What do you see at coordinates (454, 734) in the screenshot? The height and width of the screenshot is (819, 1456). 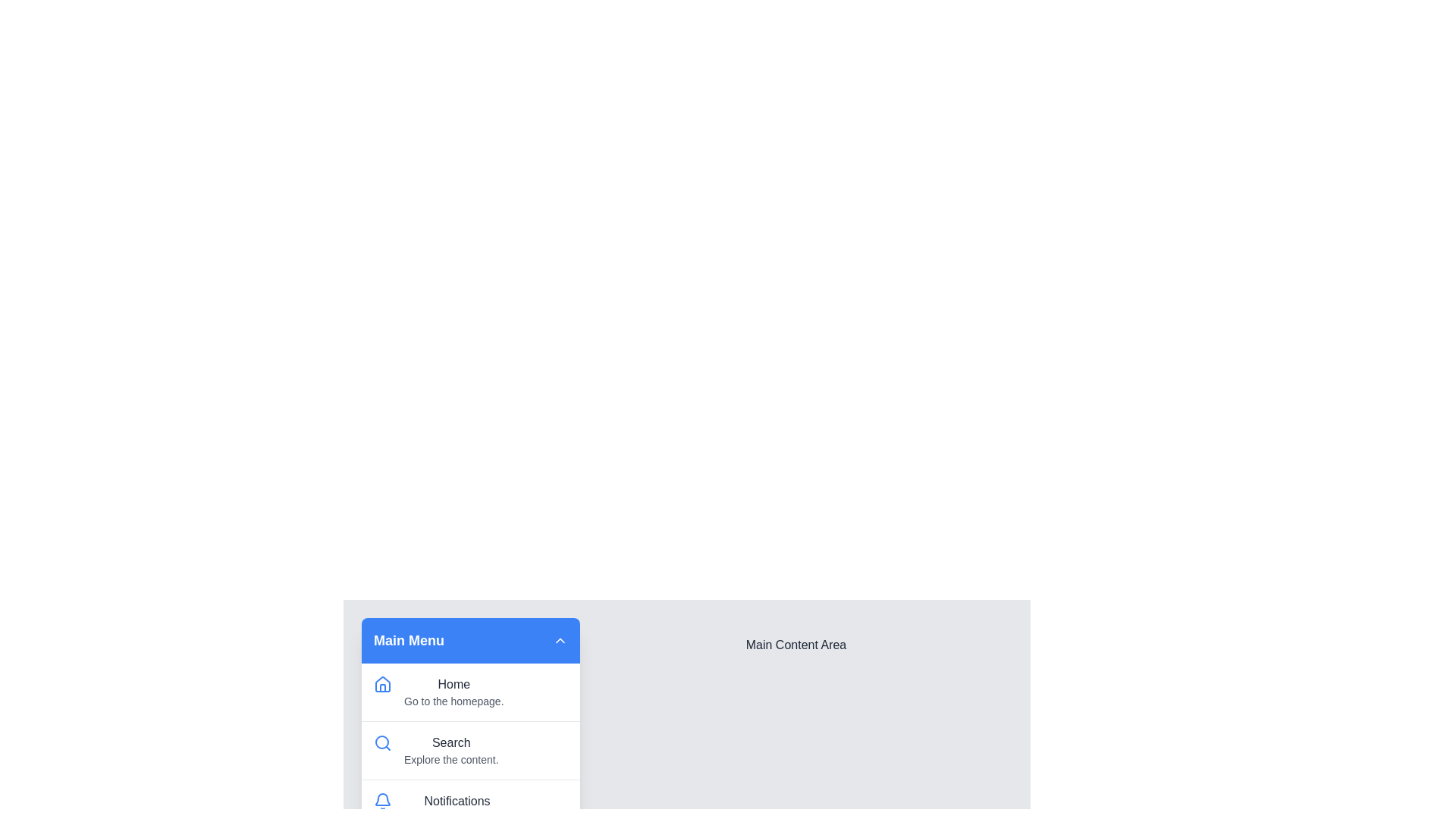 I see `the menu item Search to highlight it` at bounding box center [454, 734].